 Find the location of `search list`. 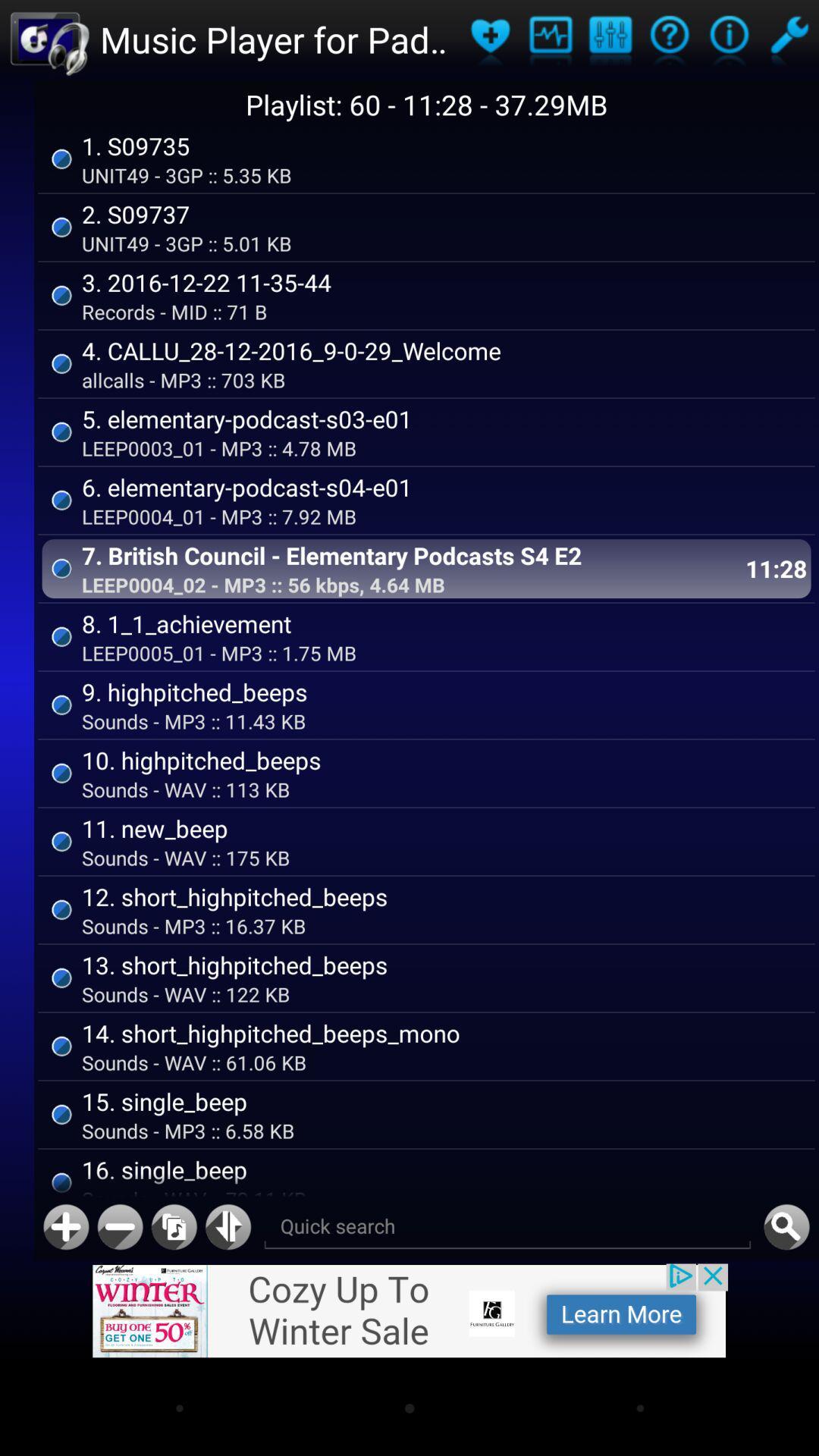

search list is located at coordinates (507, 1227).